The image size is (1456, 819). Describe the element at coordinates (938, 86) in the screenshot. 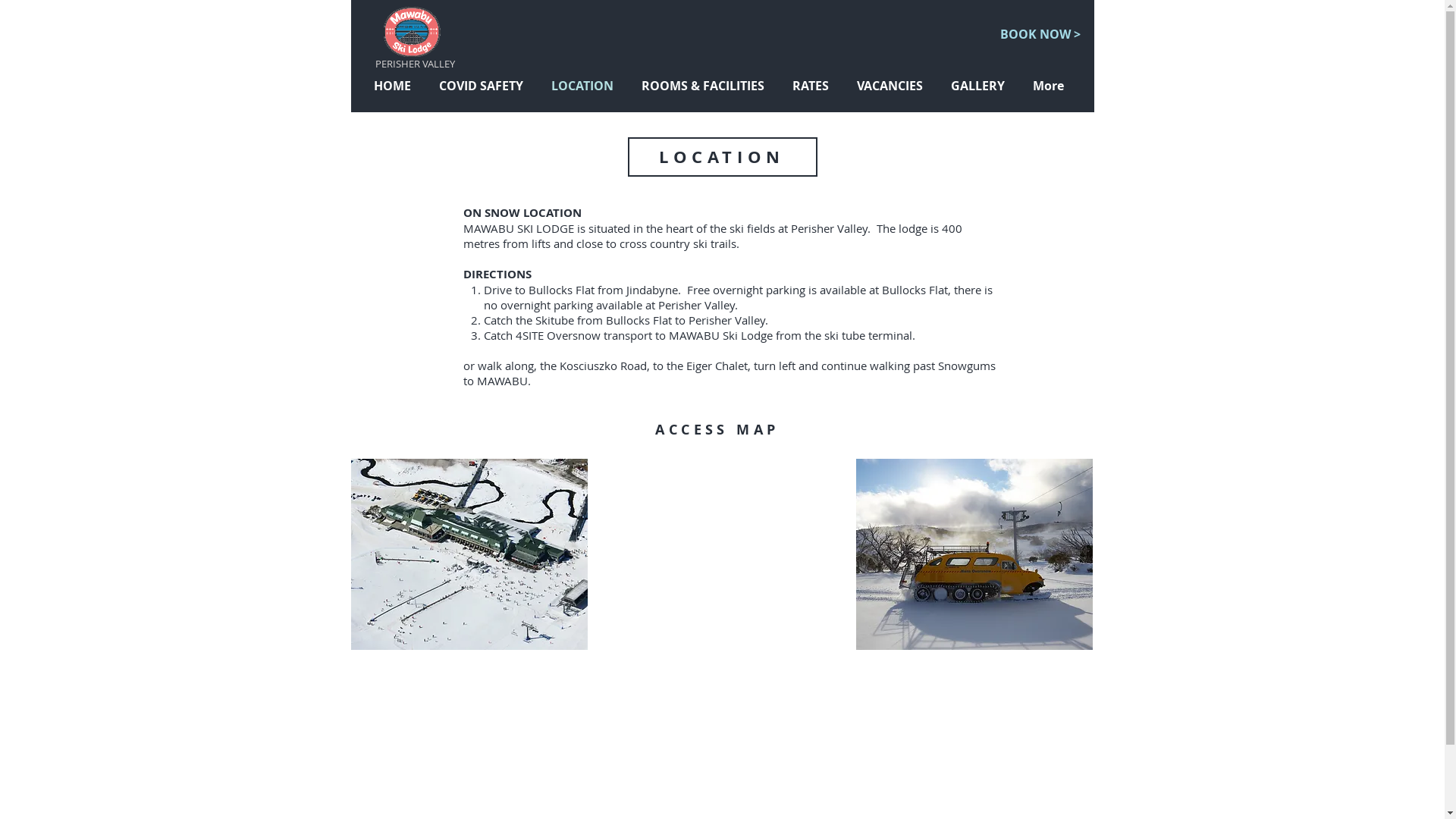

I see `'GALLERY'` at that location.